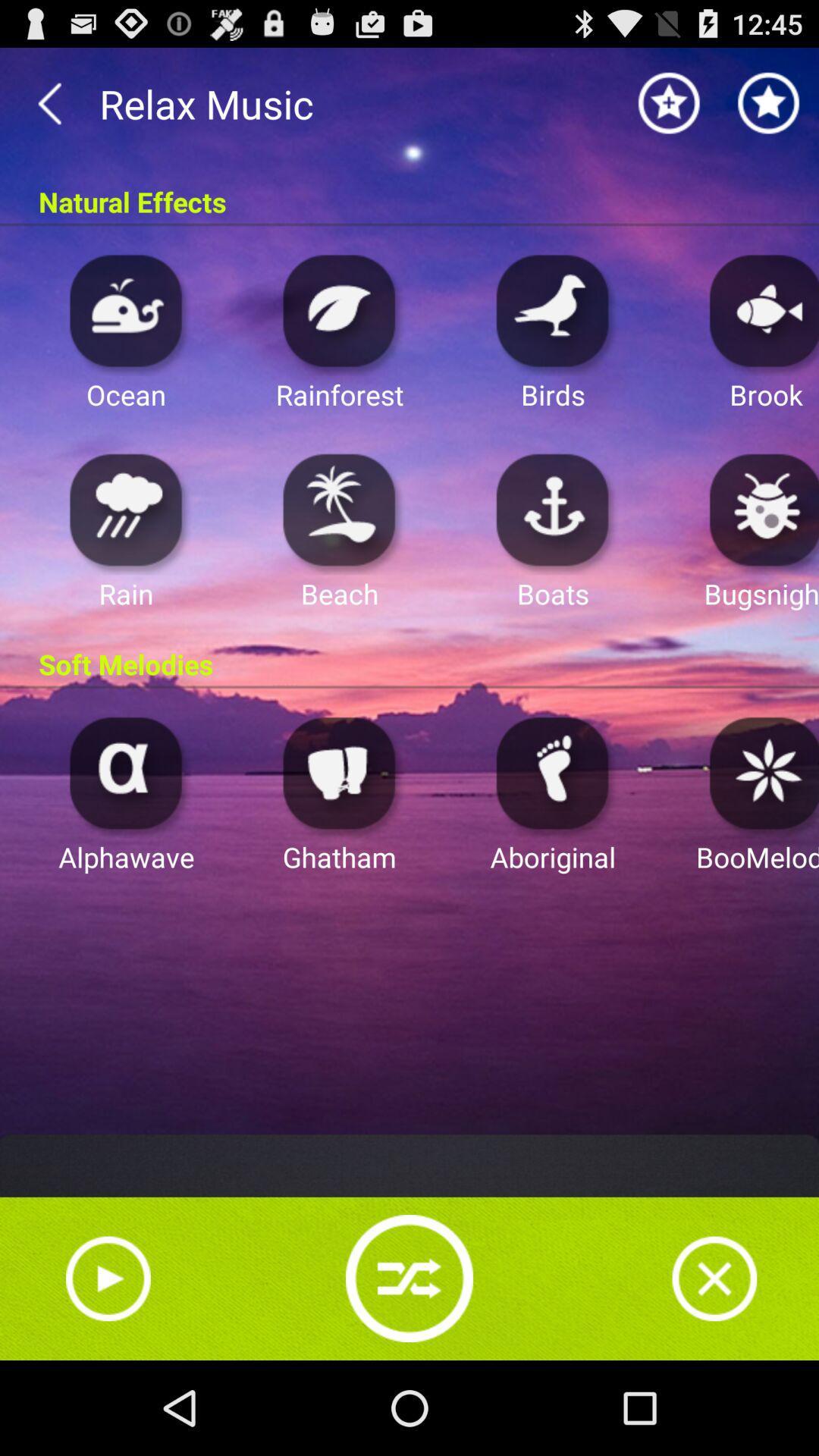 The height and width of the screenshot is (1456, 819). Describe the element at coordinates (760, 309) in the screenshot. I see `sound of brook` at that location.